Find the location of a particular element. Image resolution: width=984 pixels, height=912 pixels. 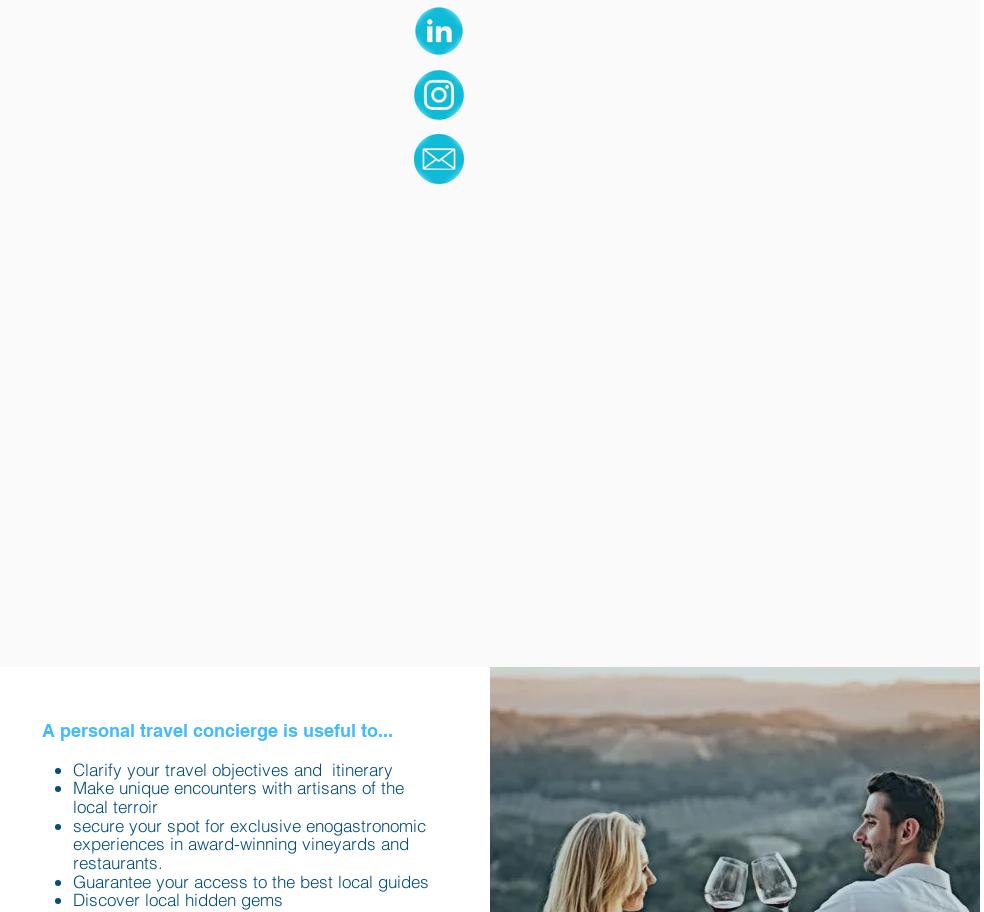

'Clarify' is located at coordinates (95, 768).